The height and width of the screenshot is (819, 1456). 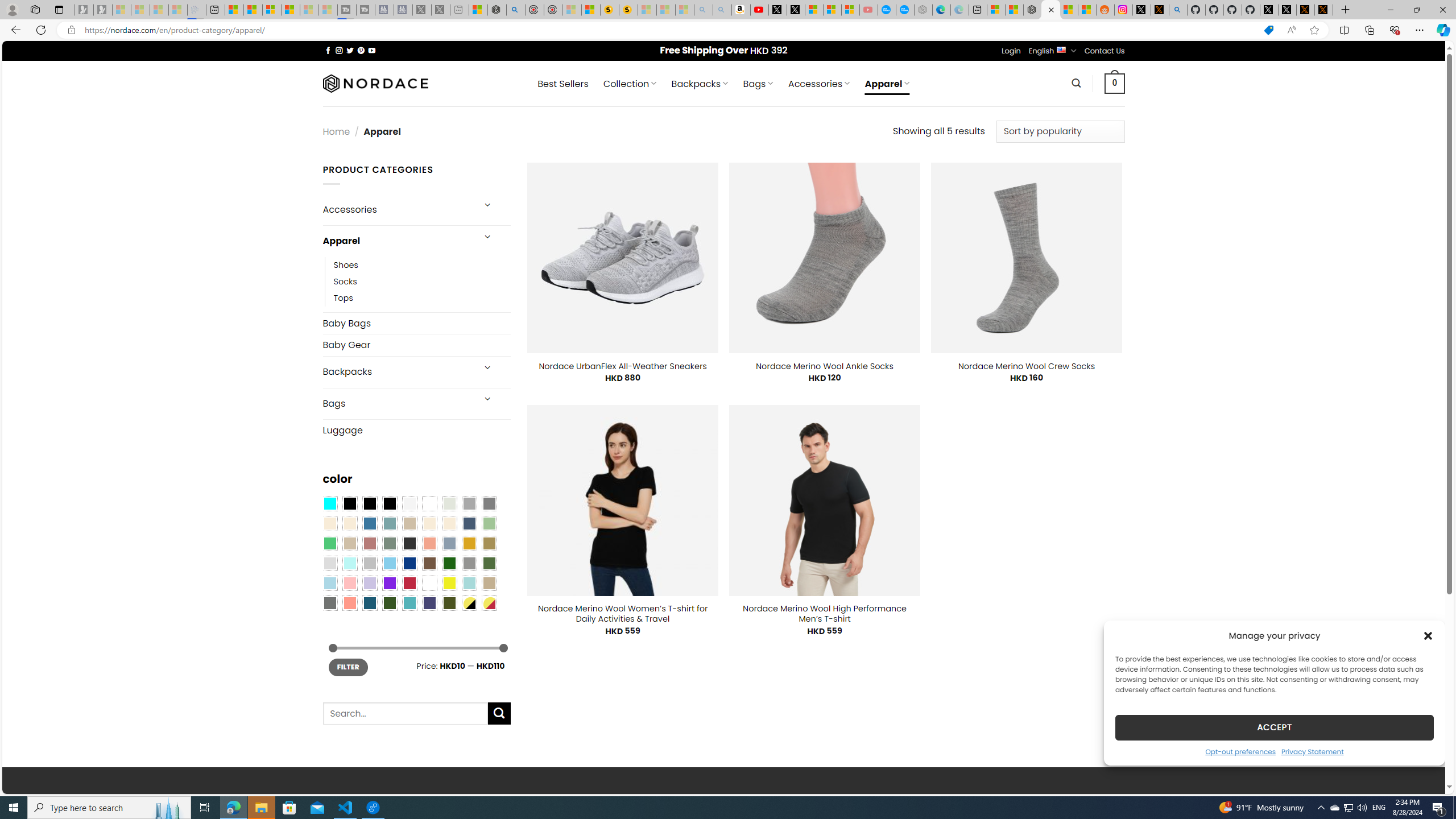 What do you see at coordinates (396, 241) in the screenshot?
I see `'Apparel'` at bounding box center [396, 241].